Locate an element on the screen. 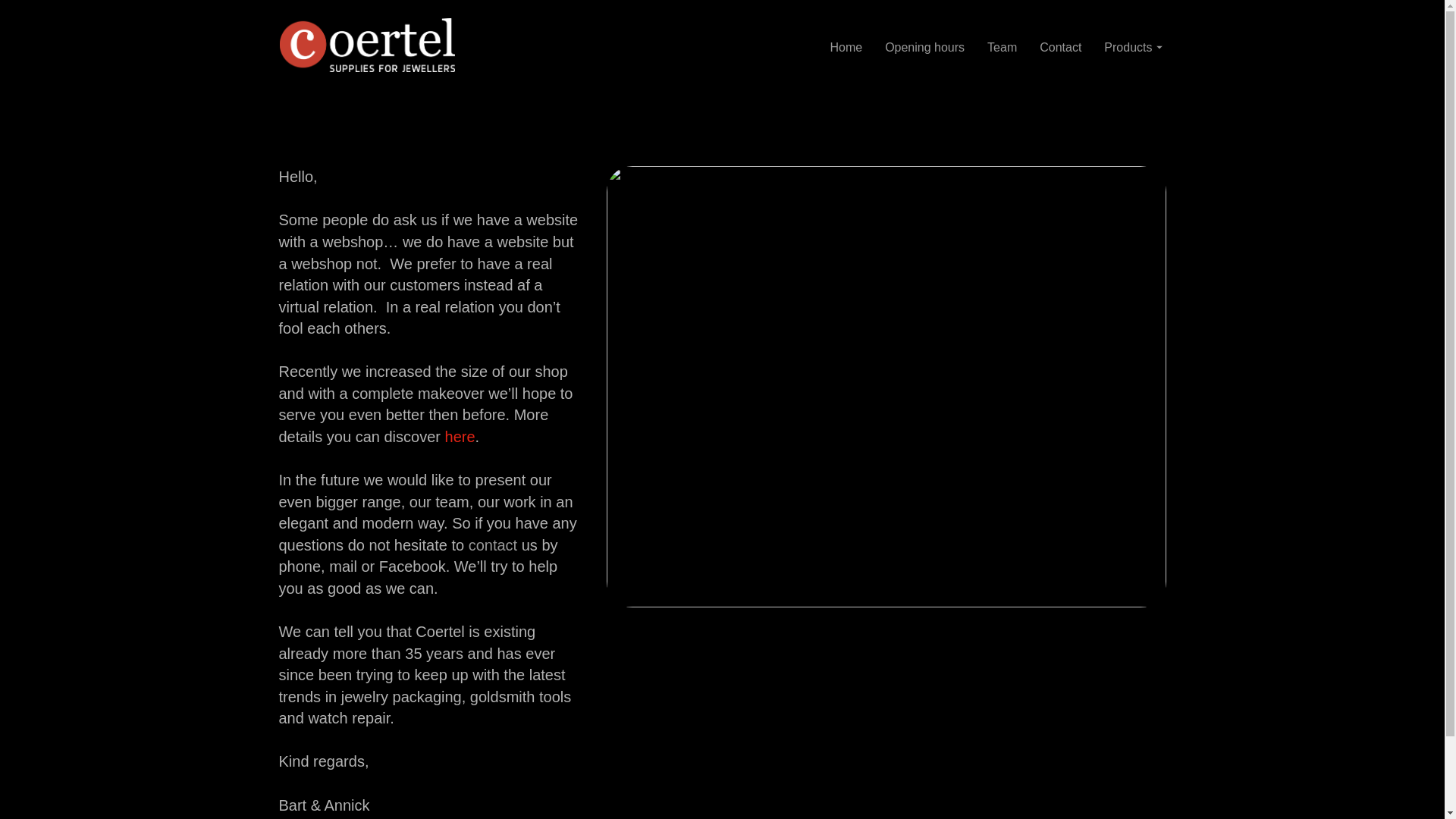 The width and height of the screenshot is (1456, 819). 'Home' is located at coordinates (845, 45).